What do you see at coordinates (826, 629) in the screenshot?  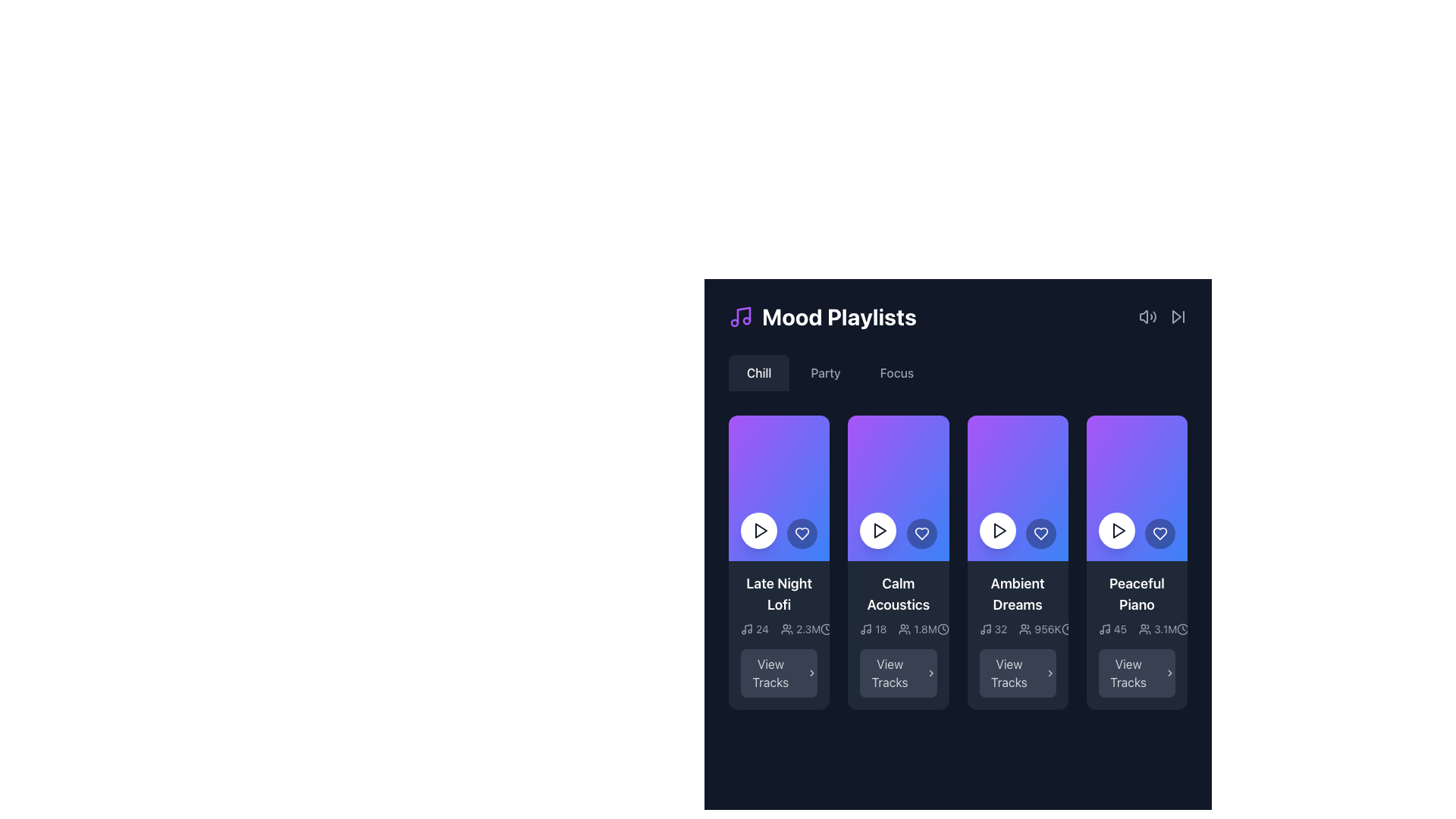 I see `the small circular clock icon located to the right of the text '2.3M' on the 'Late Night Lofi' card in the 'Chill' playlist section` at bounding box center [826, 629].